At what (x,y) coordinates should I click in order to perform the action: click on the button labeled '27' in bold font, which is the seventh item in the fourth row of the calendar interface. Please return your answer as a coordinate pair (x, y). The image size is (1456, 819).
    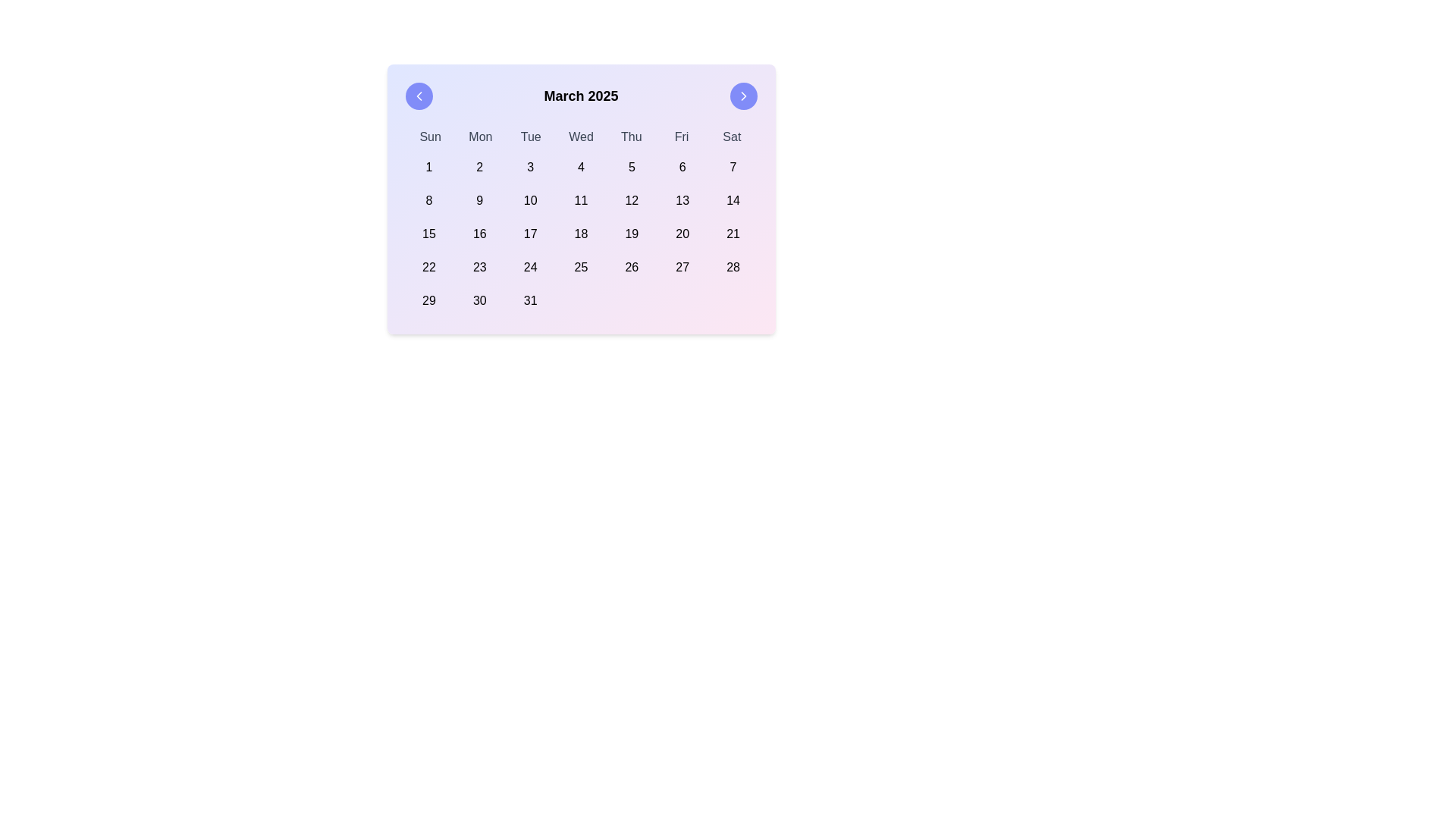
    Looking at the image, I should click on (682, 267).